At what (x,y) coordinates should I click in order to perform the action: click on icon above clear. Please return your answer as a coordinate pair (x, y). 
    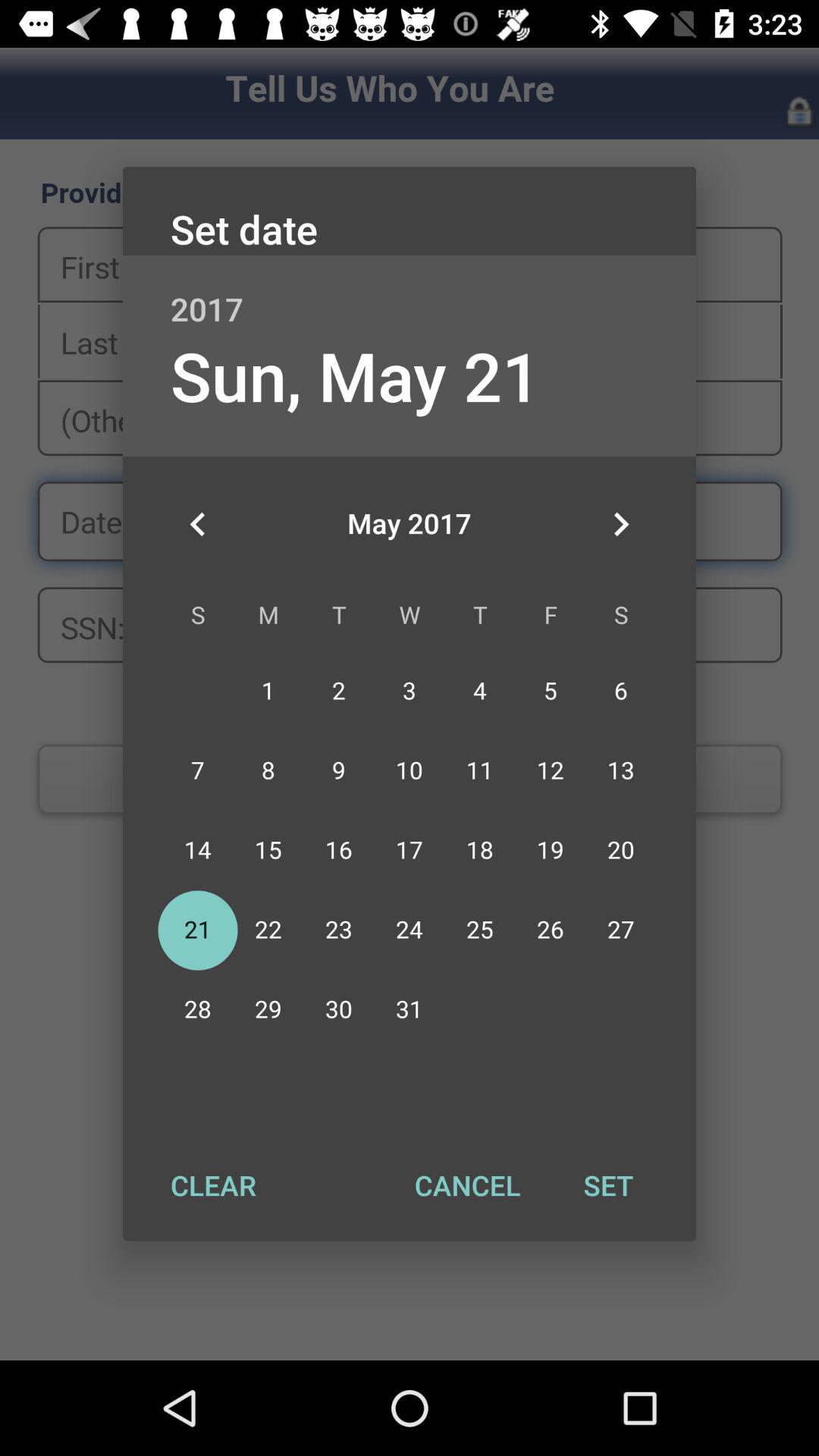
    Looking at the image, I should click on (197, 524).